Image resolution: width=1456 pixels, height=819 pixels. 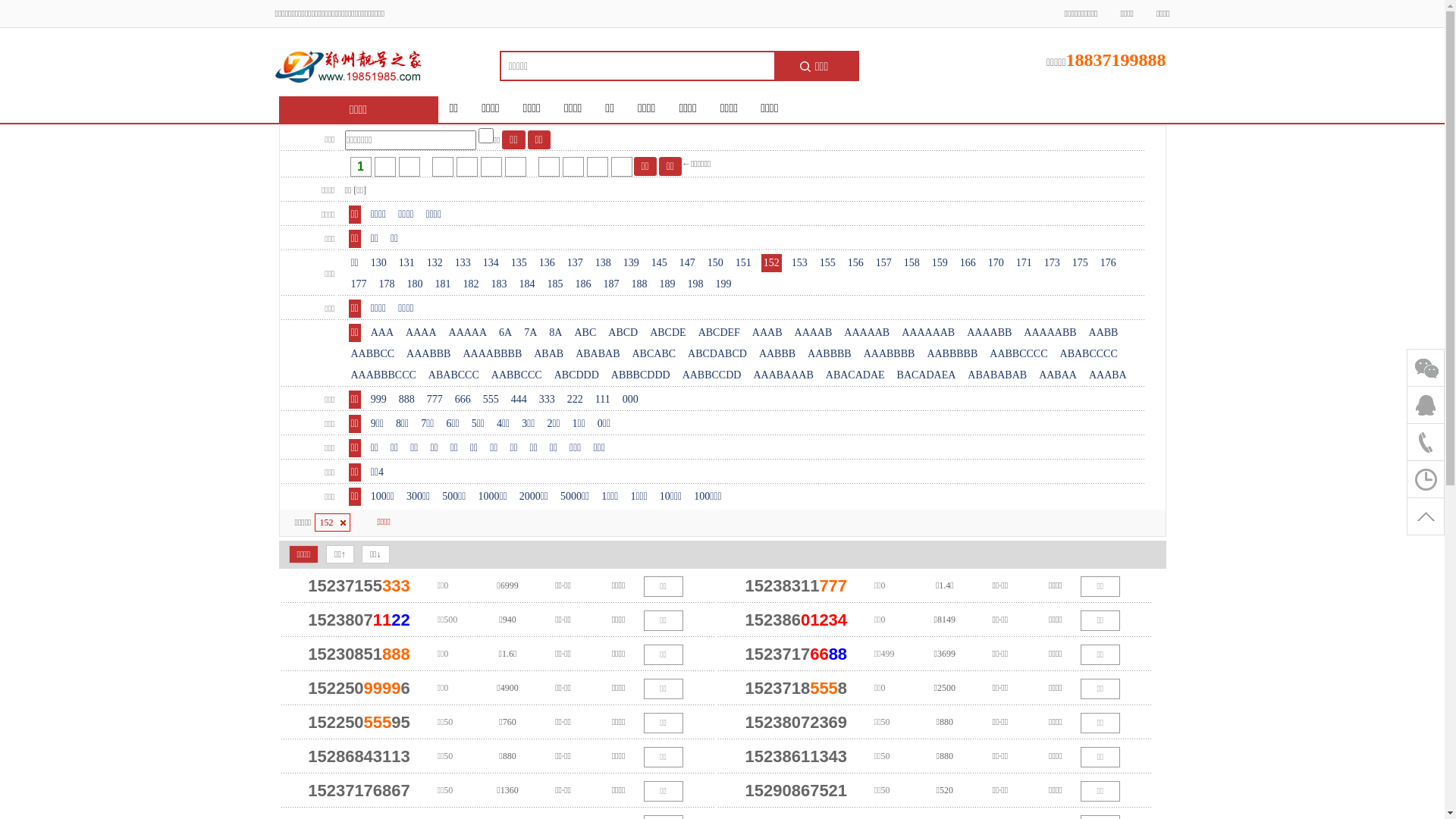 I want to click on '555', so click(x=491, y=399).